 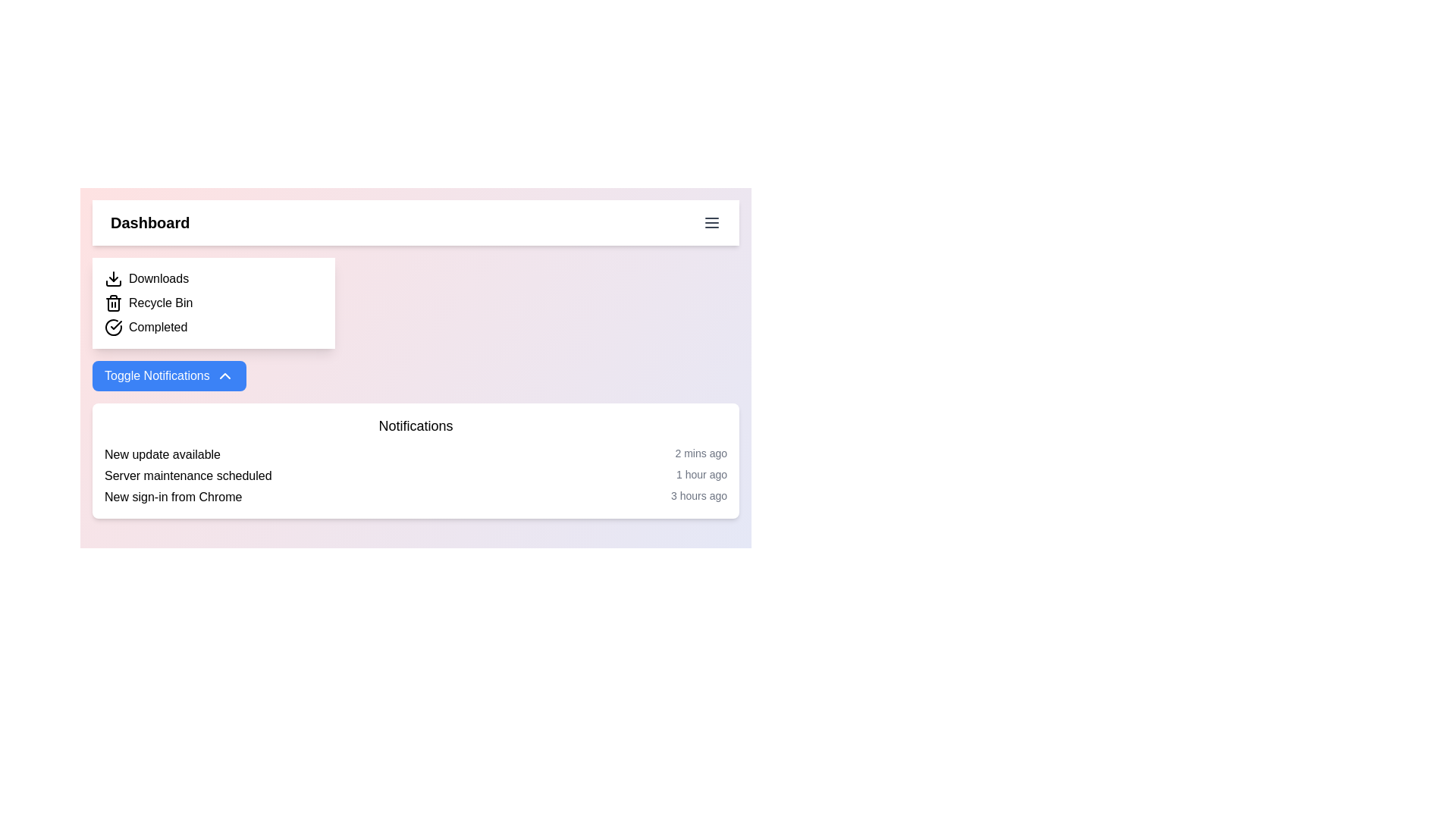 What do you see at coordinates (169, 375) in the screenshot?
I see `the blue button labeled 'Toggle Notifications' with an upward-pointing arrow icon` at bounding box center [169, 375].